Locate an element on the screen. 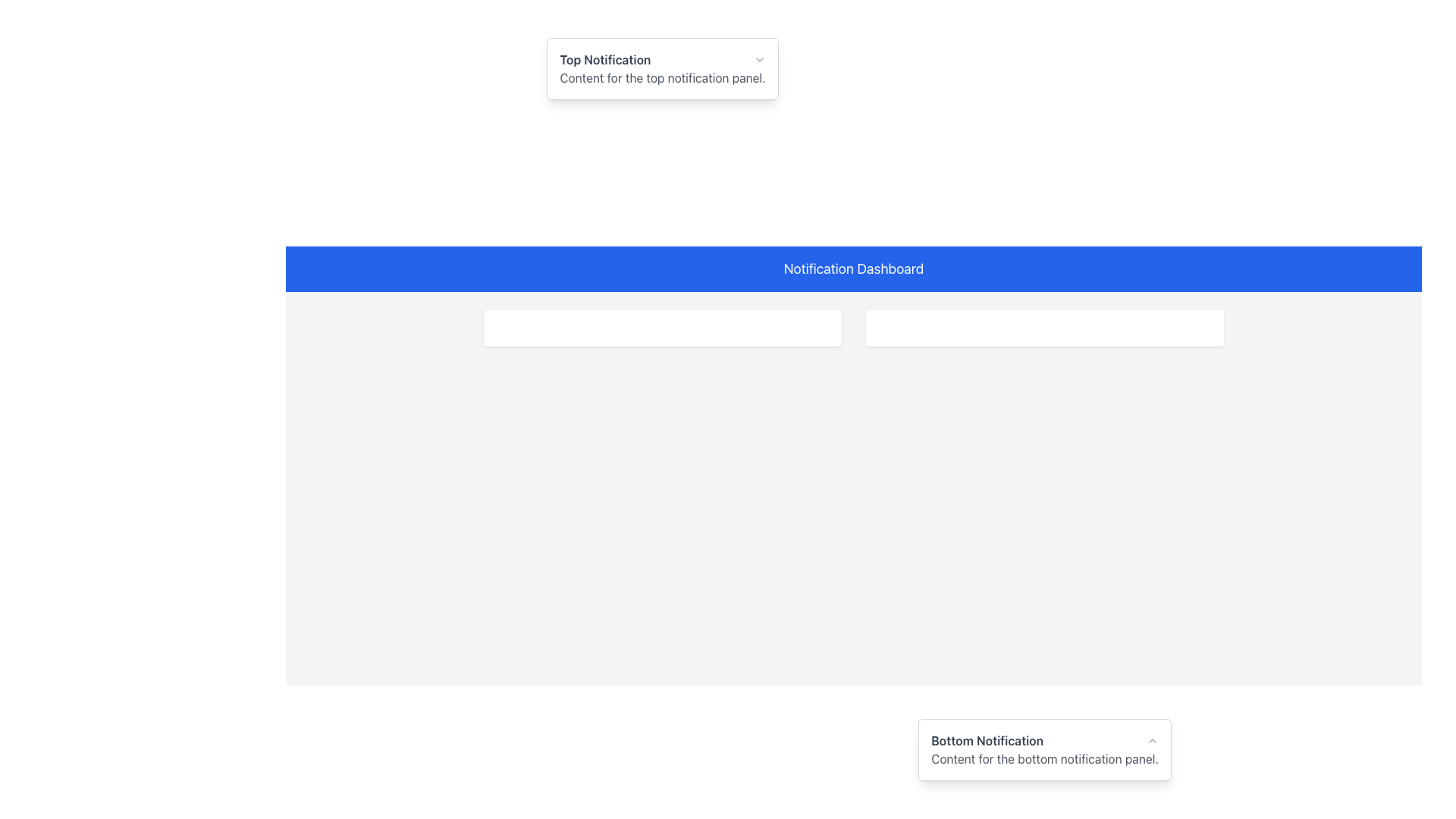  text of the title header label located at the upper portion of the notification panel, which provides users with an overview of the card's subject is located at coordinates (604, 58).